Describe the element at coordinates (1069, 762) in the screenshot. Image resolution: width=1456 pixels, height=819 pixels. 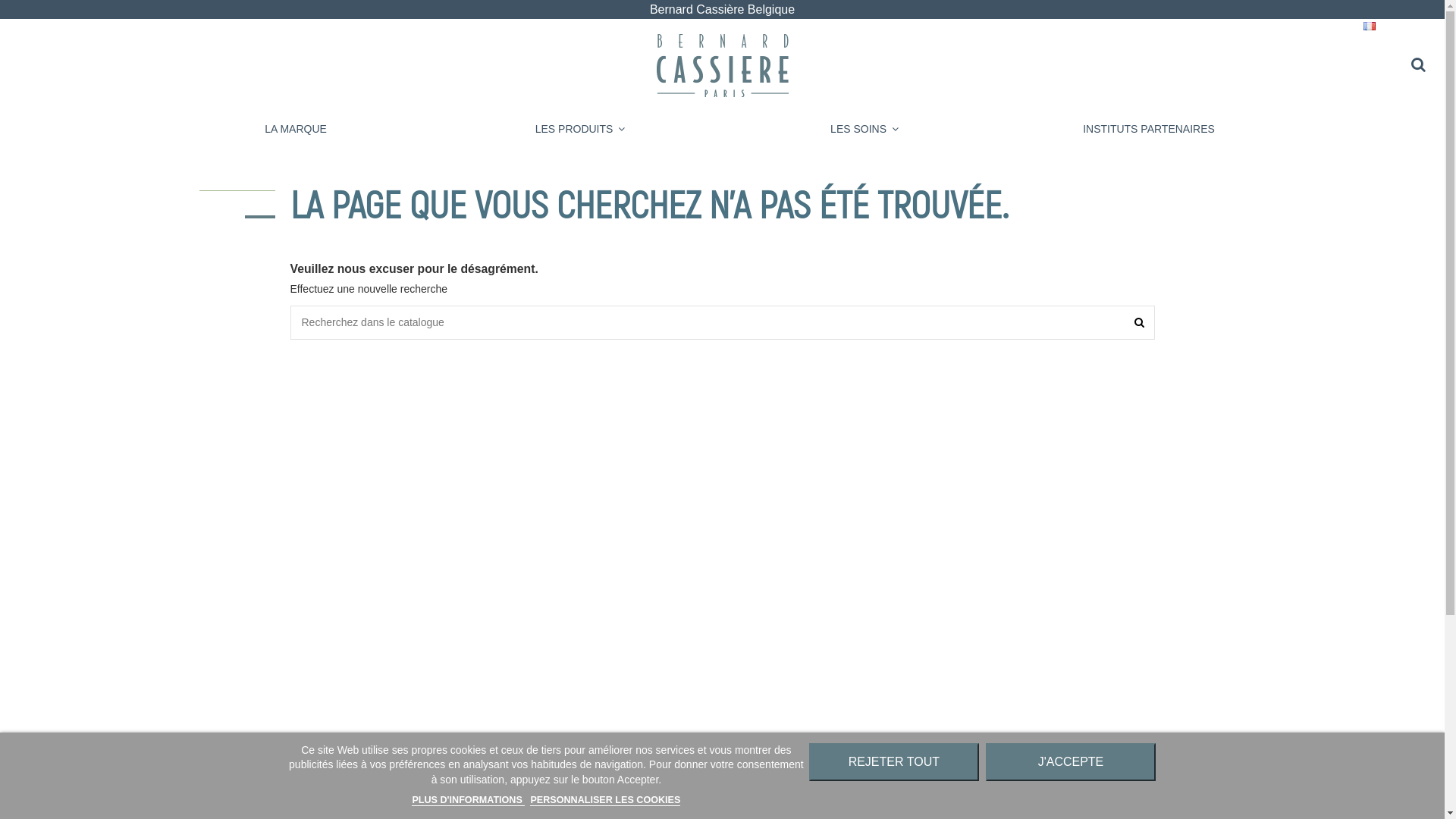
I see `'J'ACCEPTE'` at that location.